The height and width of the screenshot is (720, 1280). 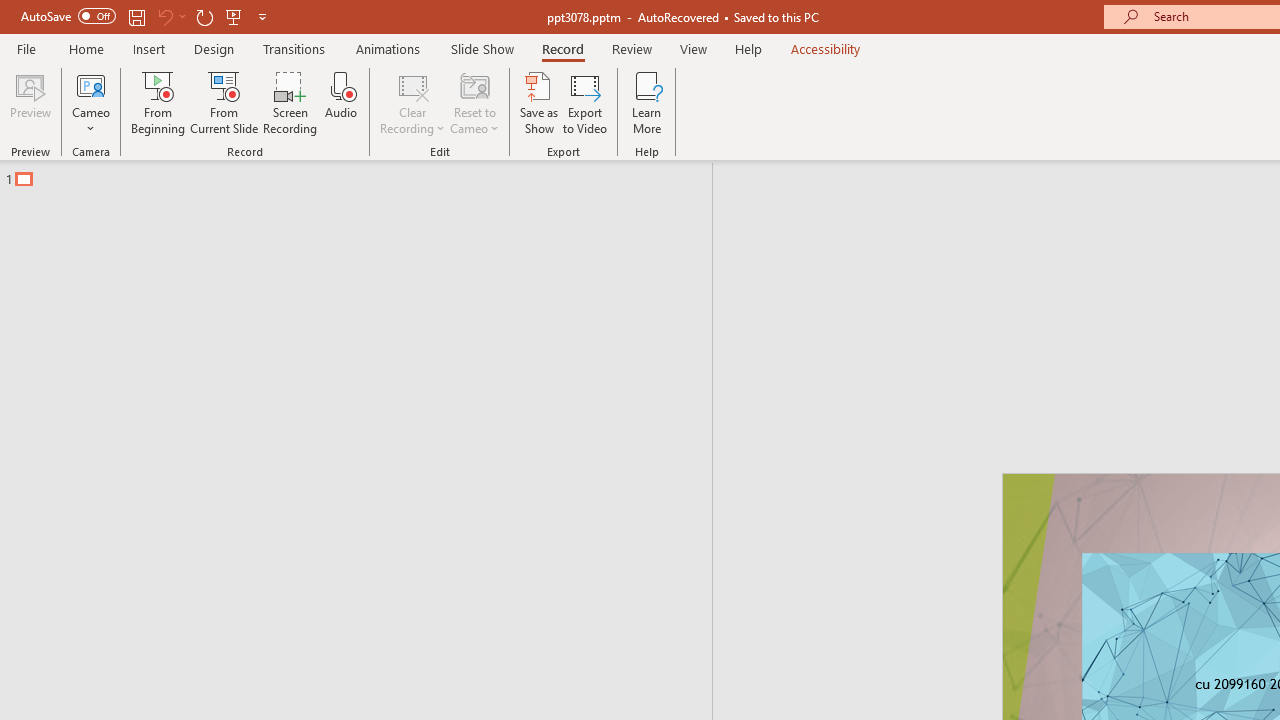 I want to click on 'Save as Show', so click(x=539, y=103).